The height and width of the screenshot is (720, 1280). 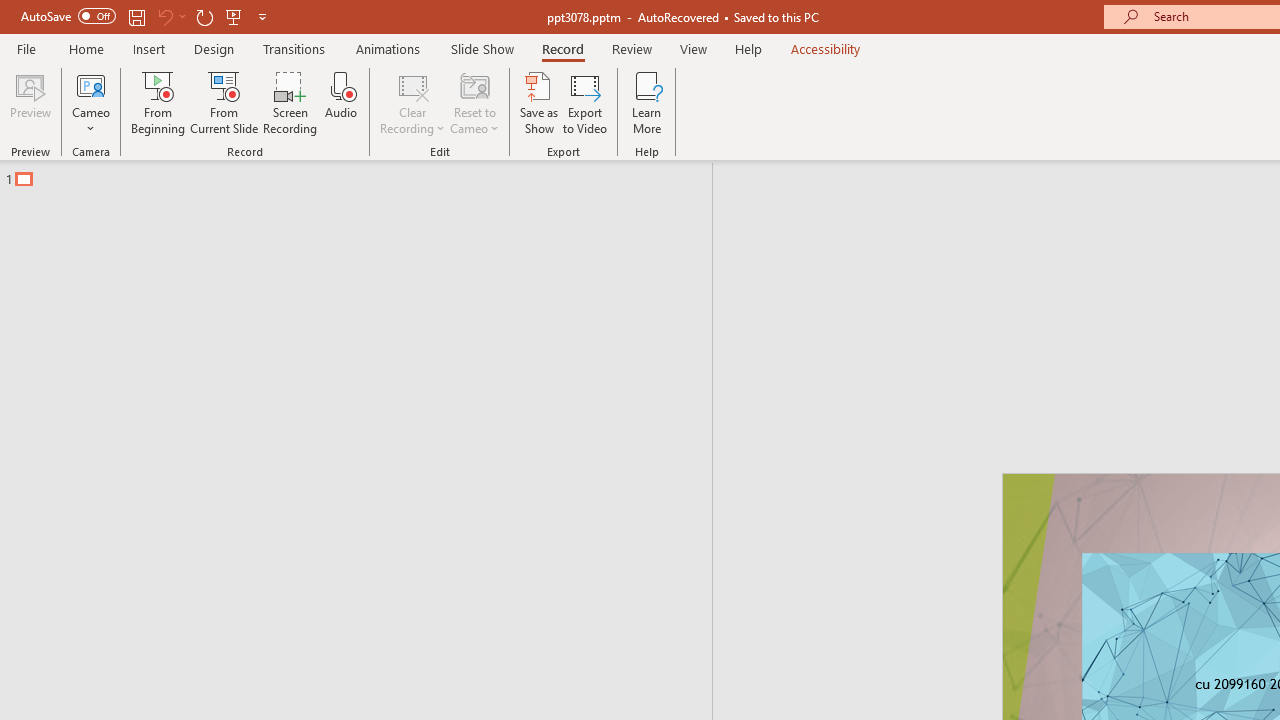 I want to click on 'Save as Show', so click(x=539, y=103).